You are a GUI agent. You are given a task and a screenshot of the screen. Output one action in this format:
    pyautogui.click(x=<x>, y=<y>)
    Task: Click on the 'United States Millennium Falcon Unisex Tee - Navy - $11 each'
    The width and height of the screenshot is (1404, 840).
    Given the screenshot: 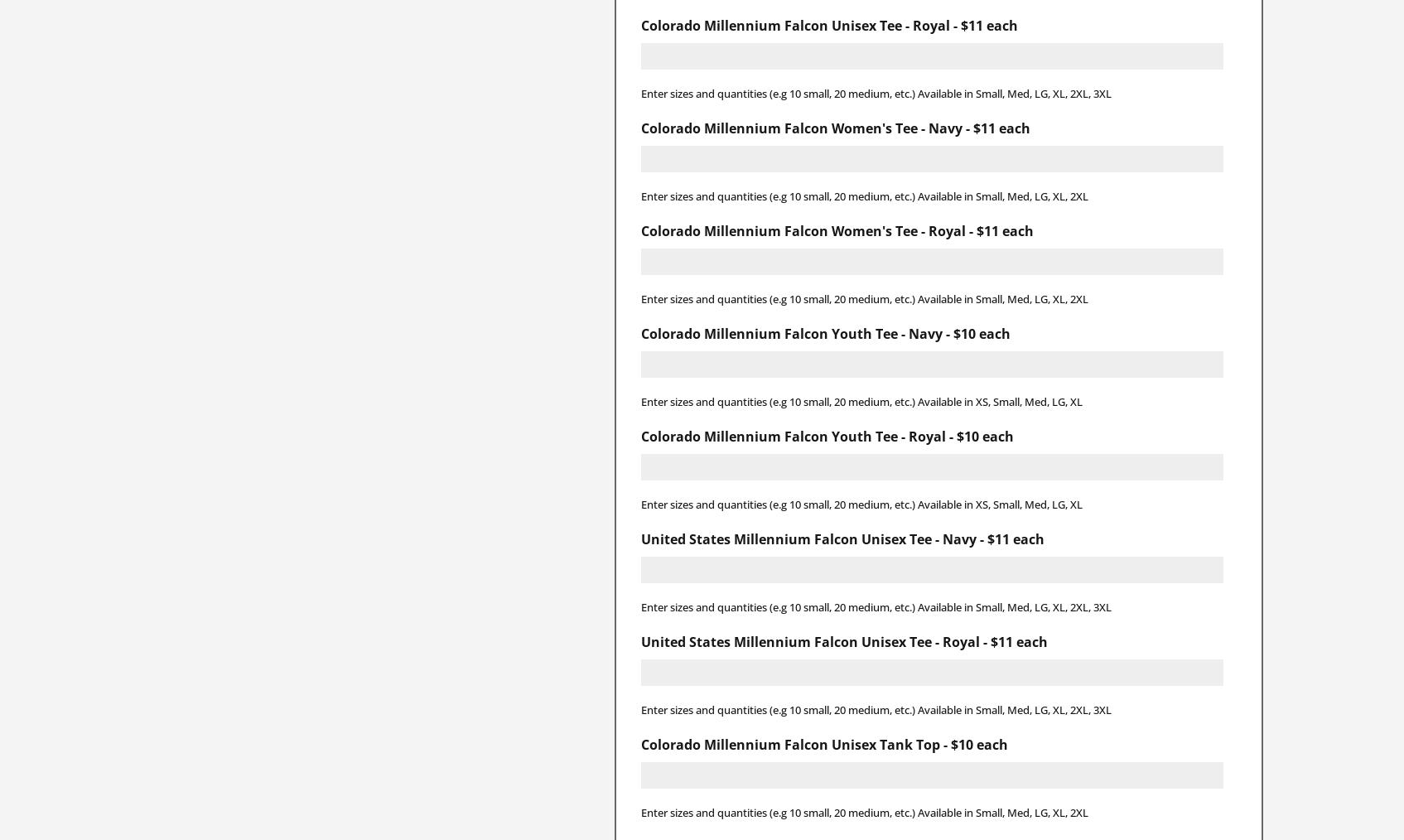 What is the action you would take?
    pyautogui.click(x=841, y=538)
    